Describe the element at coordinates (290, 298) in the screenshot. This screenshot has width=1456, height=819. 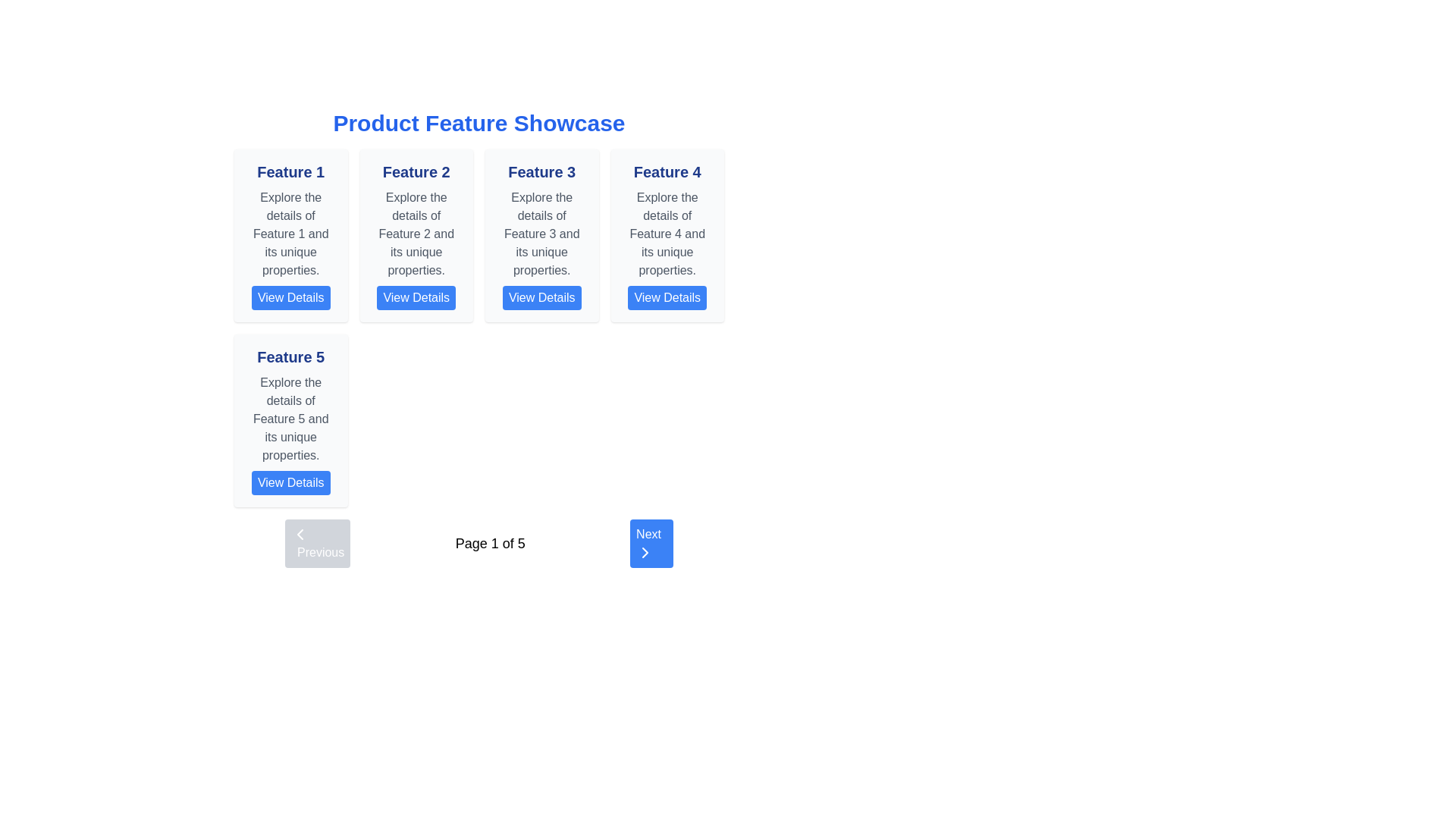
I see `the button located at the bottom of the 'Feature 1' card` at that location.